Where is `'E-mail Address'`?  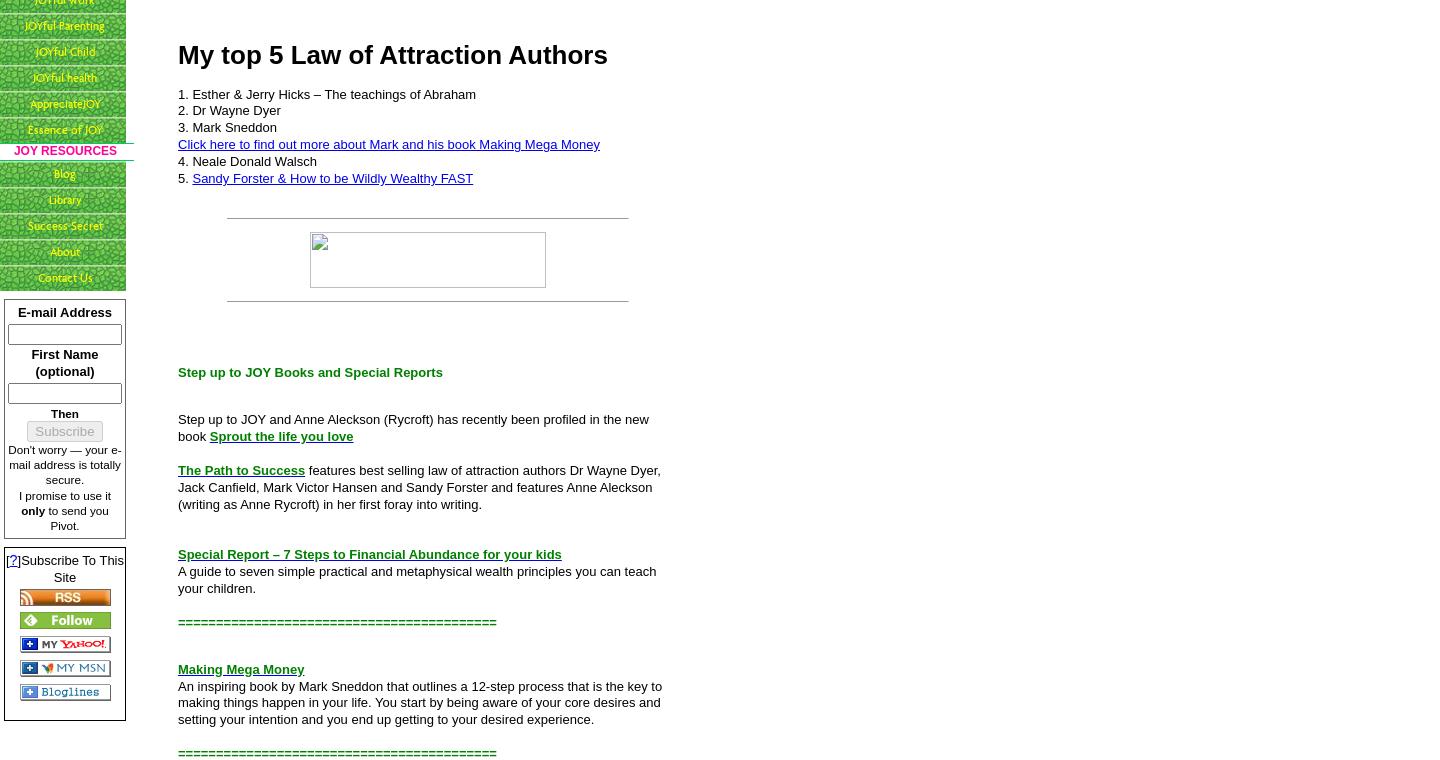
'E-mail Address' is located at coordinates (64, 312).